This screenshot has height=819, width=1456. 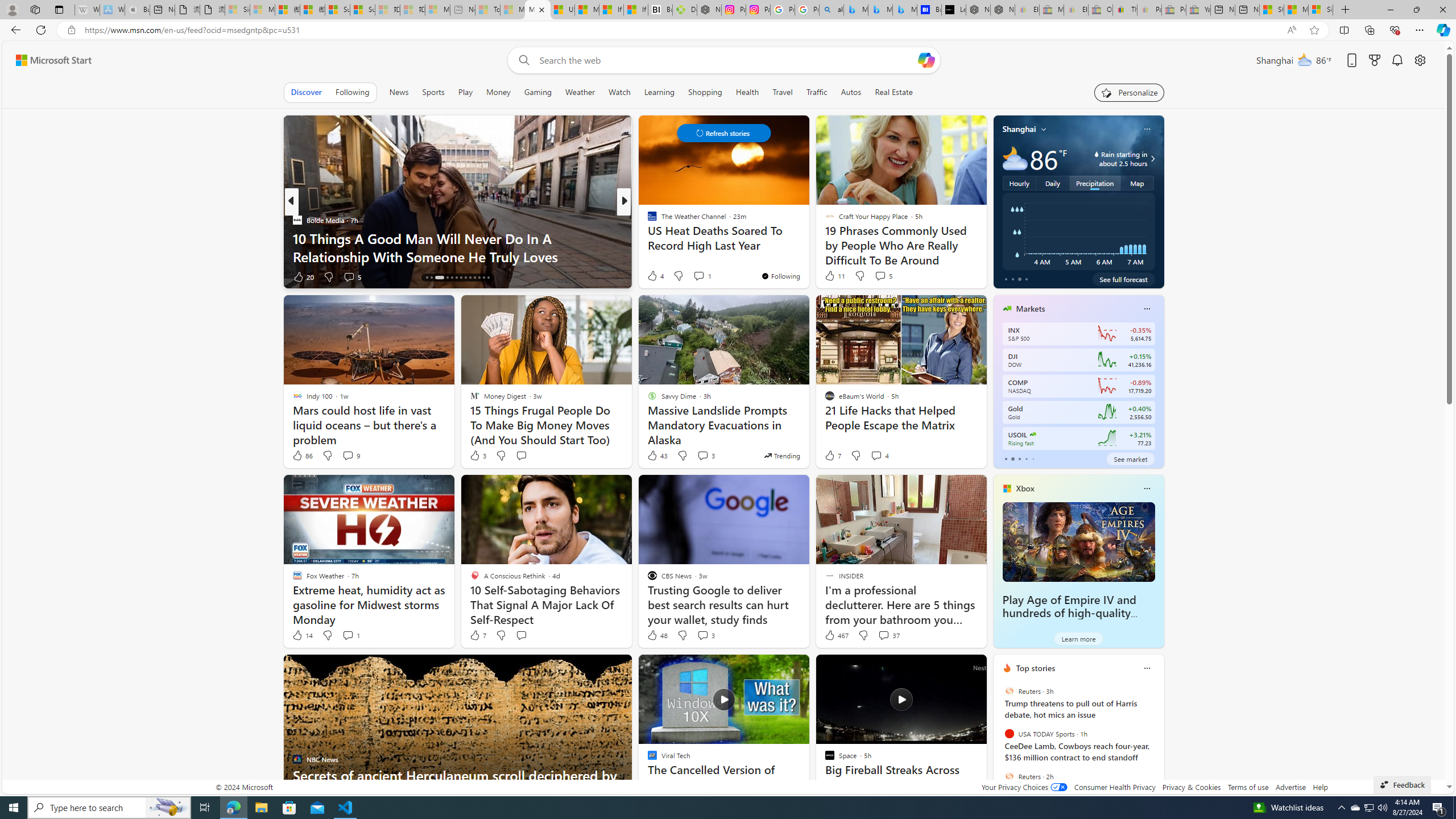 I want to click on '38 Like', so click(x=652, y=276).